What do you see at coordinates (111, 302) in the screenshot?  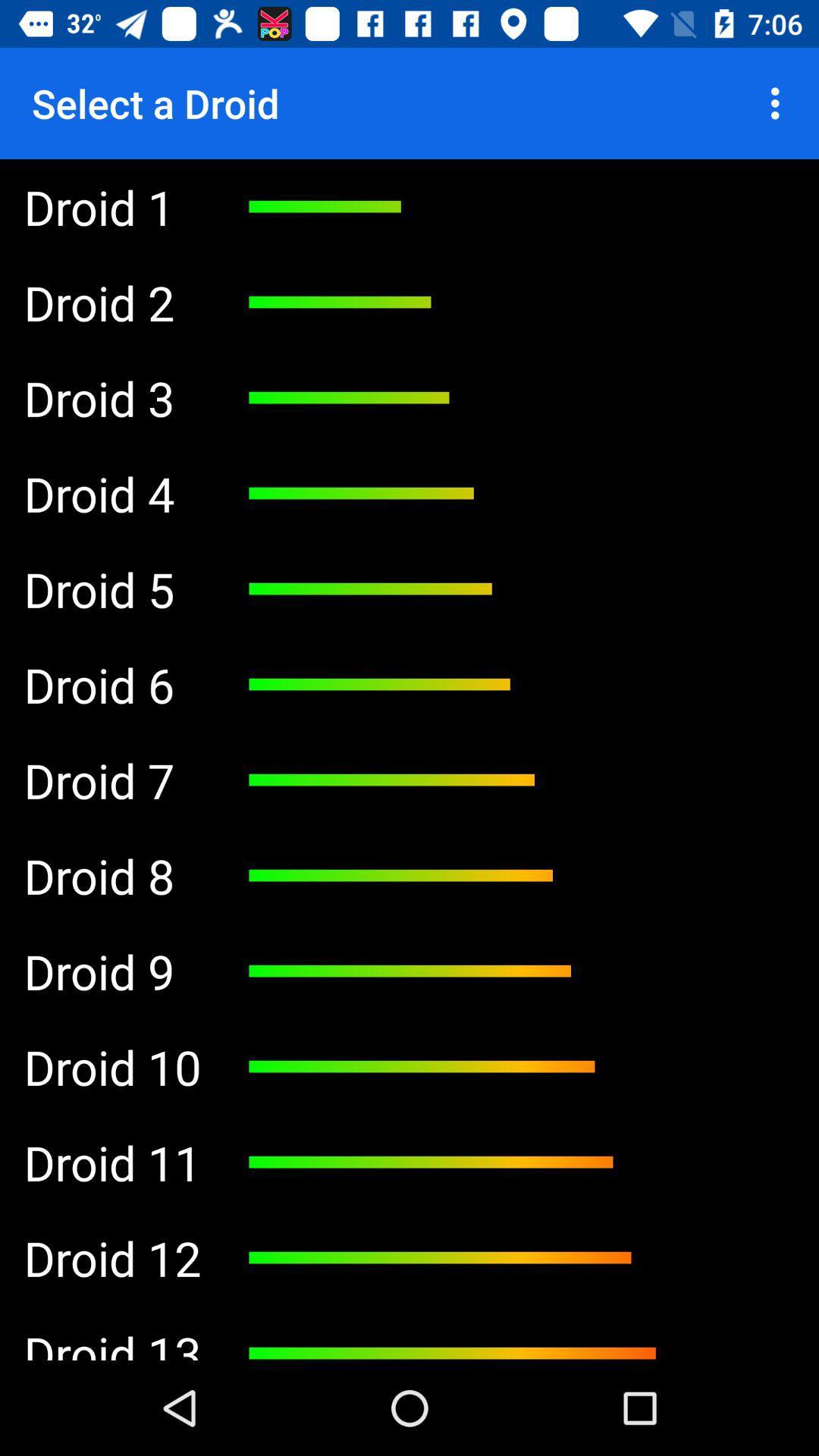 I see `app below the droid 20 app` at bounding box center [111, 302].